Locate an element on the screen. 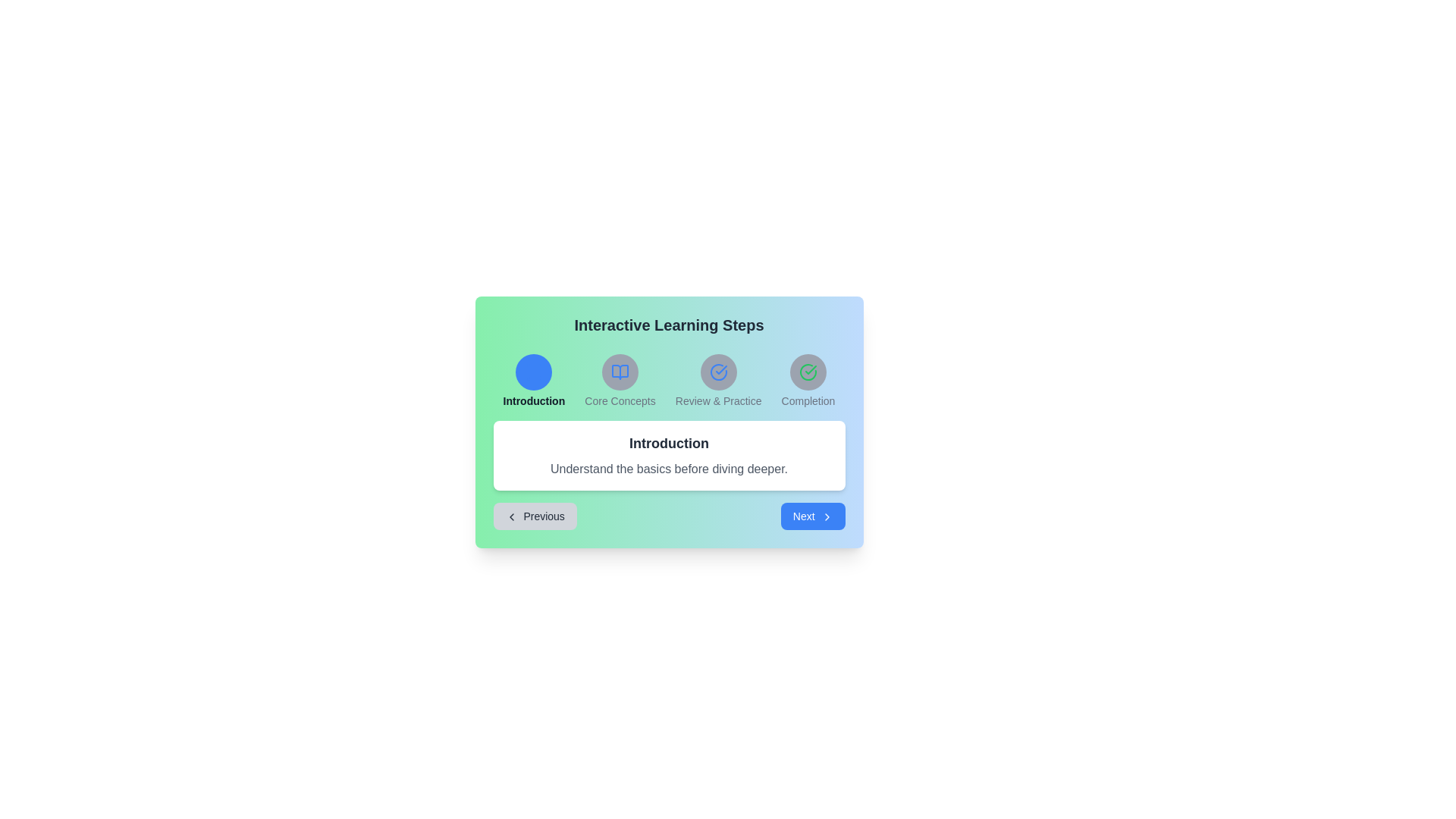 The width and height of the screenshot is (1456, 819). the text label reading 'Completion', which is styled in a small, gray font and positioned below the circular check mark icon in the step indicator sequence is located at coordinates (807, 400).